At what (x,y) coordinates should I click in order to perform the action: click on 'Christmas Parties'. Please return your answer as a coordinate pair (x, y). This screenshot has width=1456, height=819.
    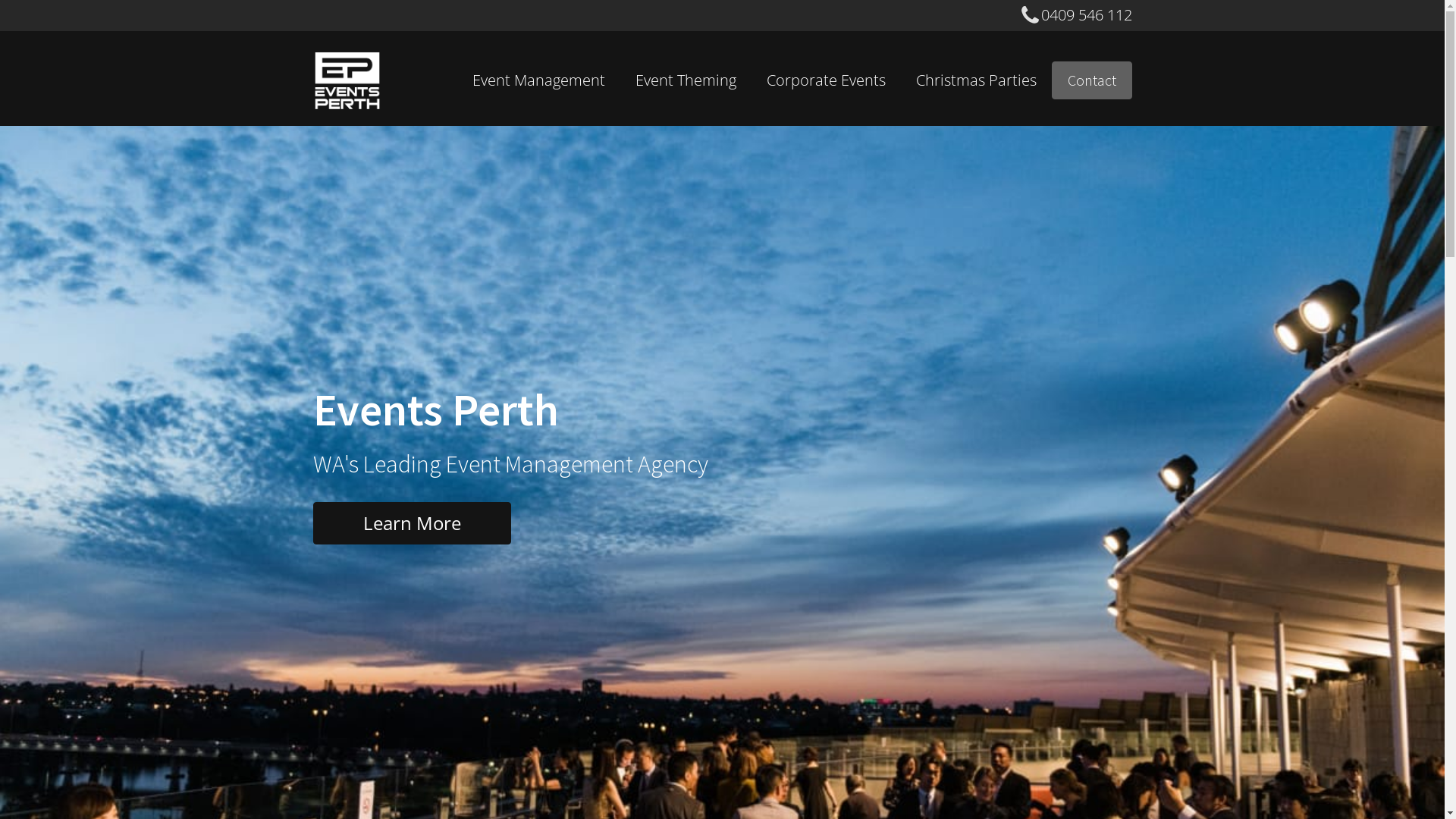
    Looking at the image, I should click on (901, 80).